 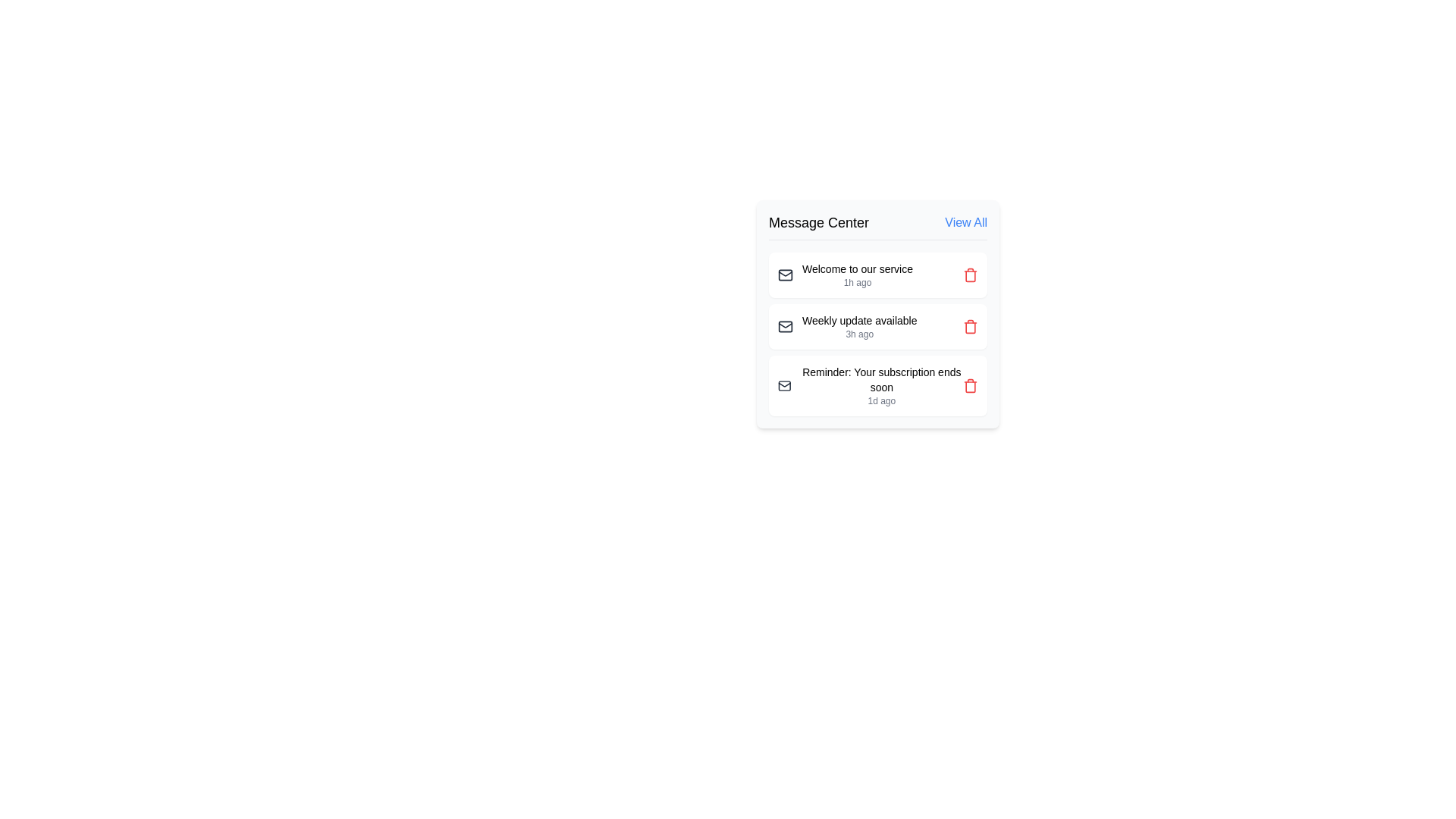 What do you see at coordinates (858, 283) in the screenshot?
I see `the static text label displaying '1h ago', located below the 'Welcome to our service' text in the Message Center interface` at bounding box center [858, 283].